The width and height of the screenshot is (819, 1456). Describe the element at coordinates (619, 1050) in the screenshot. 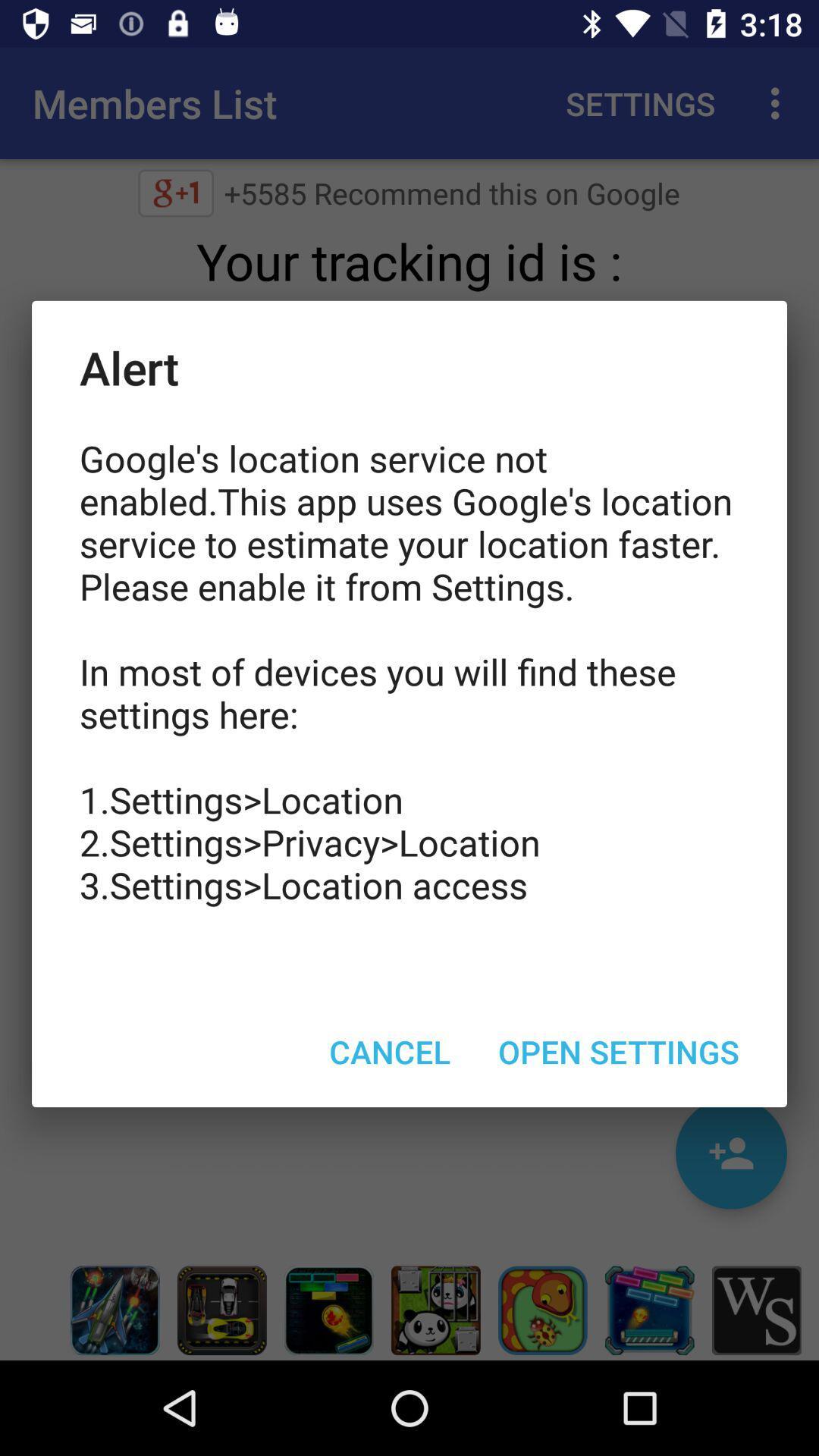

I see `the item next to the cancel` at that location.